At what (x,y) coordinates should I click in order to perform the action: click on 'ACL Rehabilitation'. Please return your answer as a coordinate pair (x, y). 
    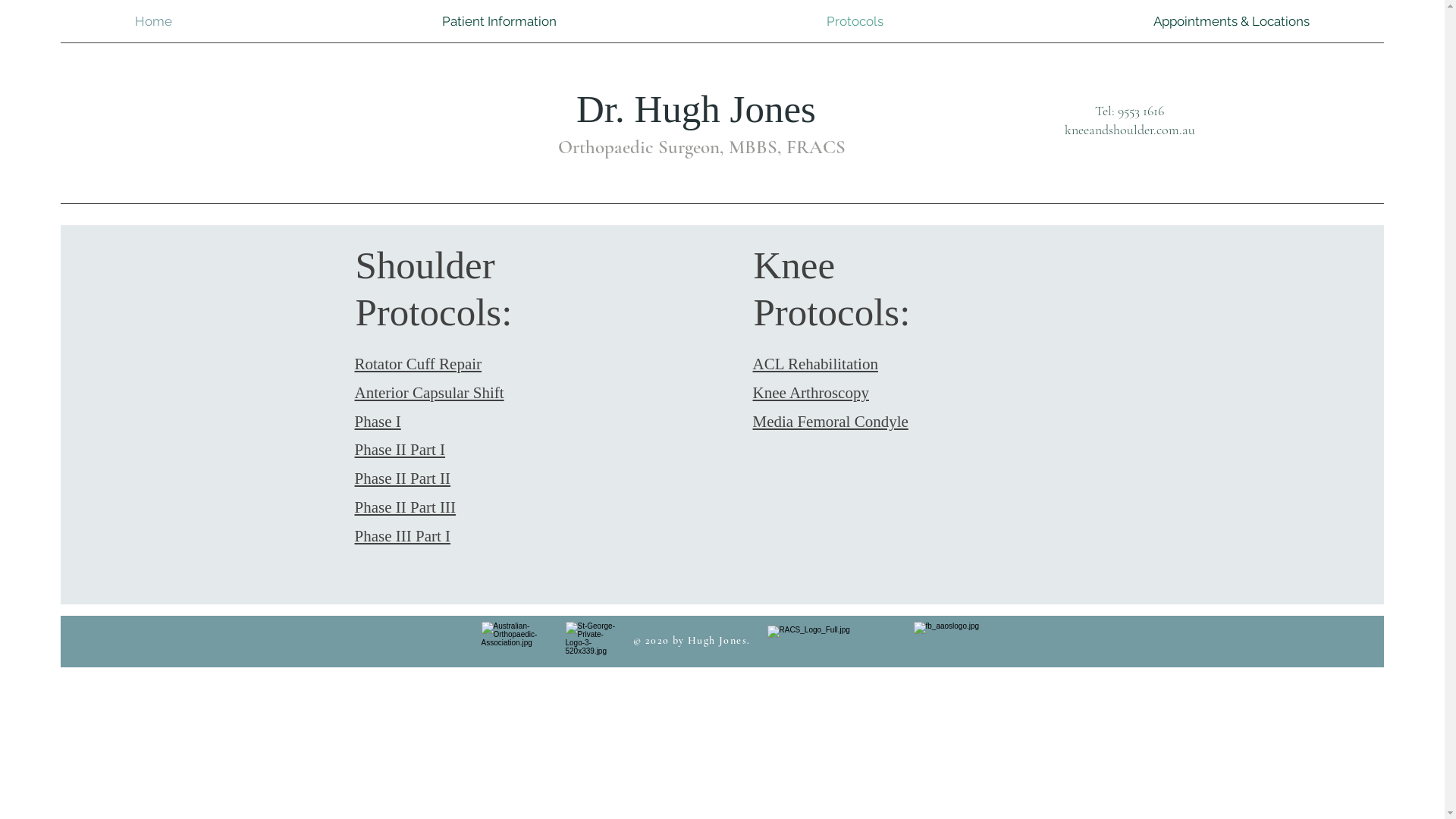
    Looking at the image, I should click on (814, 363).